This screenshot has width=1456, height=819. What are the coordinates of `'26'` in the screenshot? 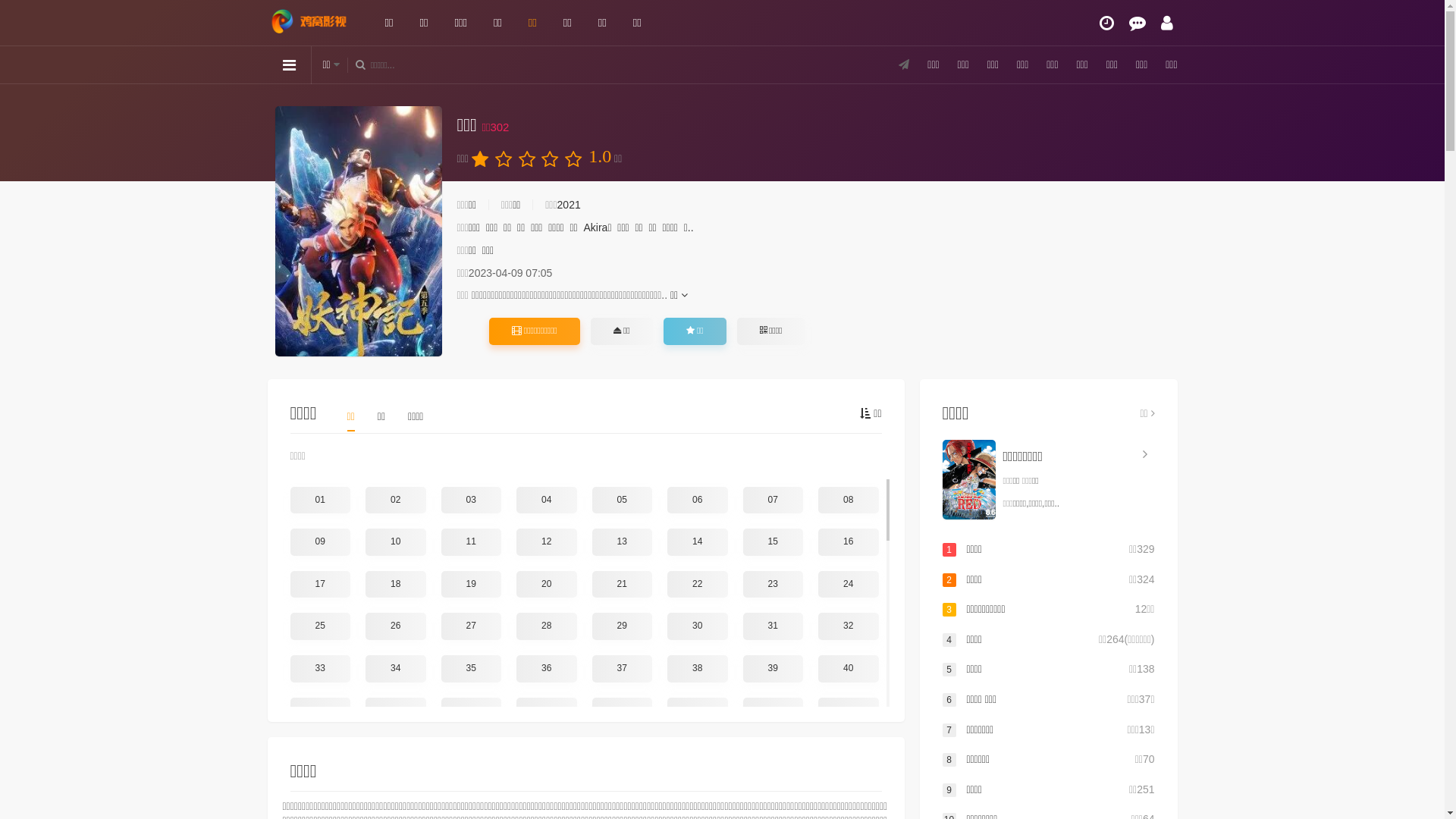 It's located at (396, 626).